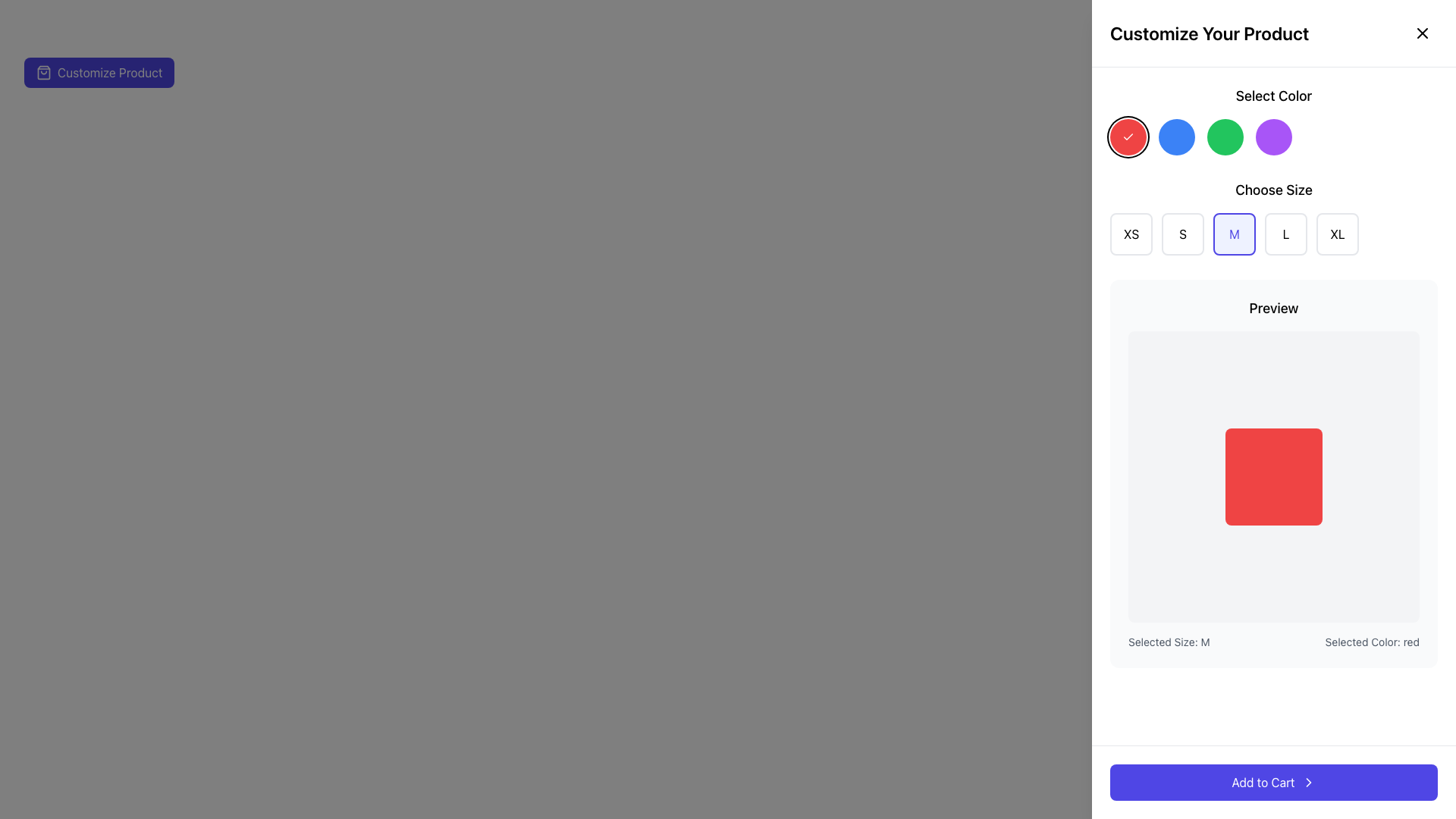 The height and width of the screenshot is (819, 1456). What do you see at coordinates (1274, 475) in the screenshot?
I see `the red square with rounded corners located in the 'Preview' section on the right-hand side of the interface` at bounding box center [1274, 475].